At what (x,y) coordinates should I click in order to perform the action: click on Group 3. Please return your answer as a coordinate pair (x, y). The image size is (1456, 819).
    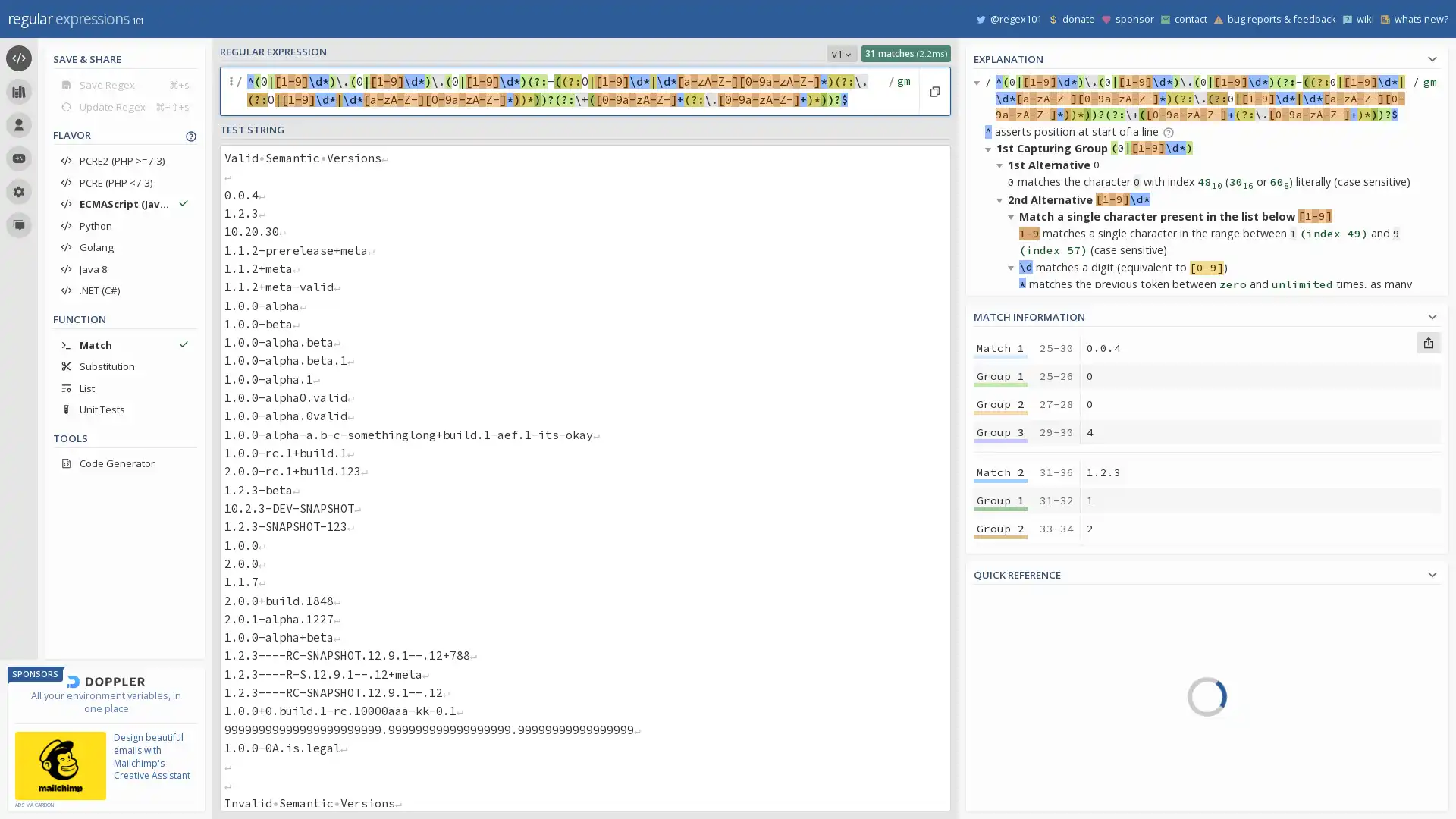
    Looking at the image, I should click on (1000, 804).